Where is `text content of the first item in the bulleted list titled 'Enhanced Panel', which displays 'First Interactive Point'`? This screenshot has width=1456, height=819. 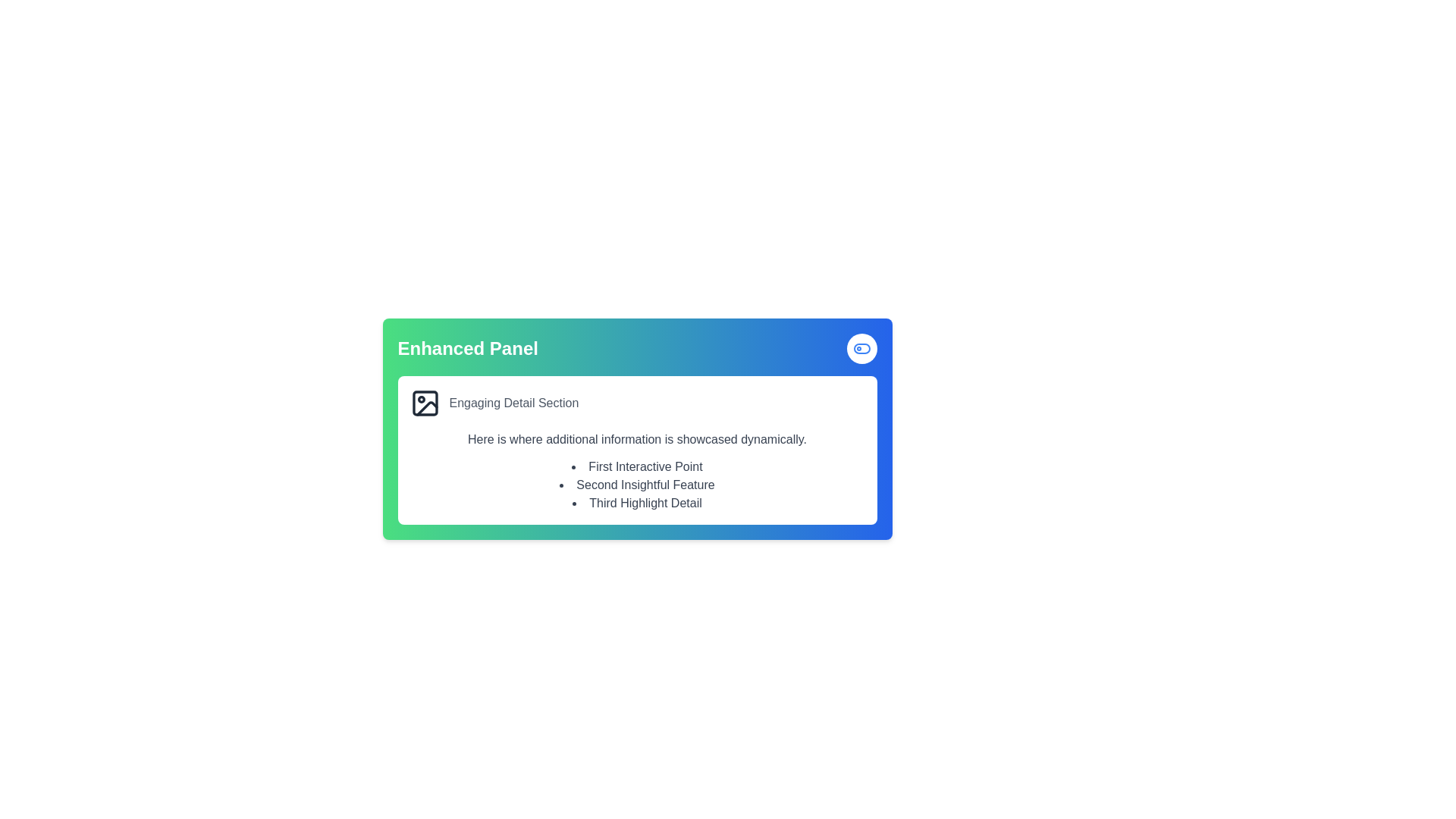 text content of the first item in the bulleted list titled 'Enhanced Panel', which displays 'First Interactive Point' is located at coordinates (637, 466).